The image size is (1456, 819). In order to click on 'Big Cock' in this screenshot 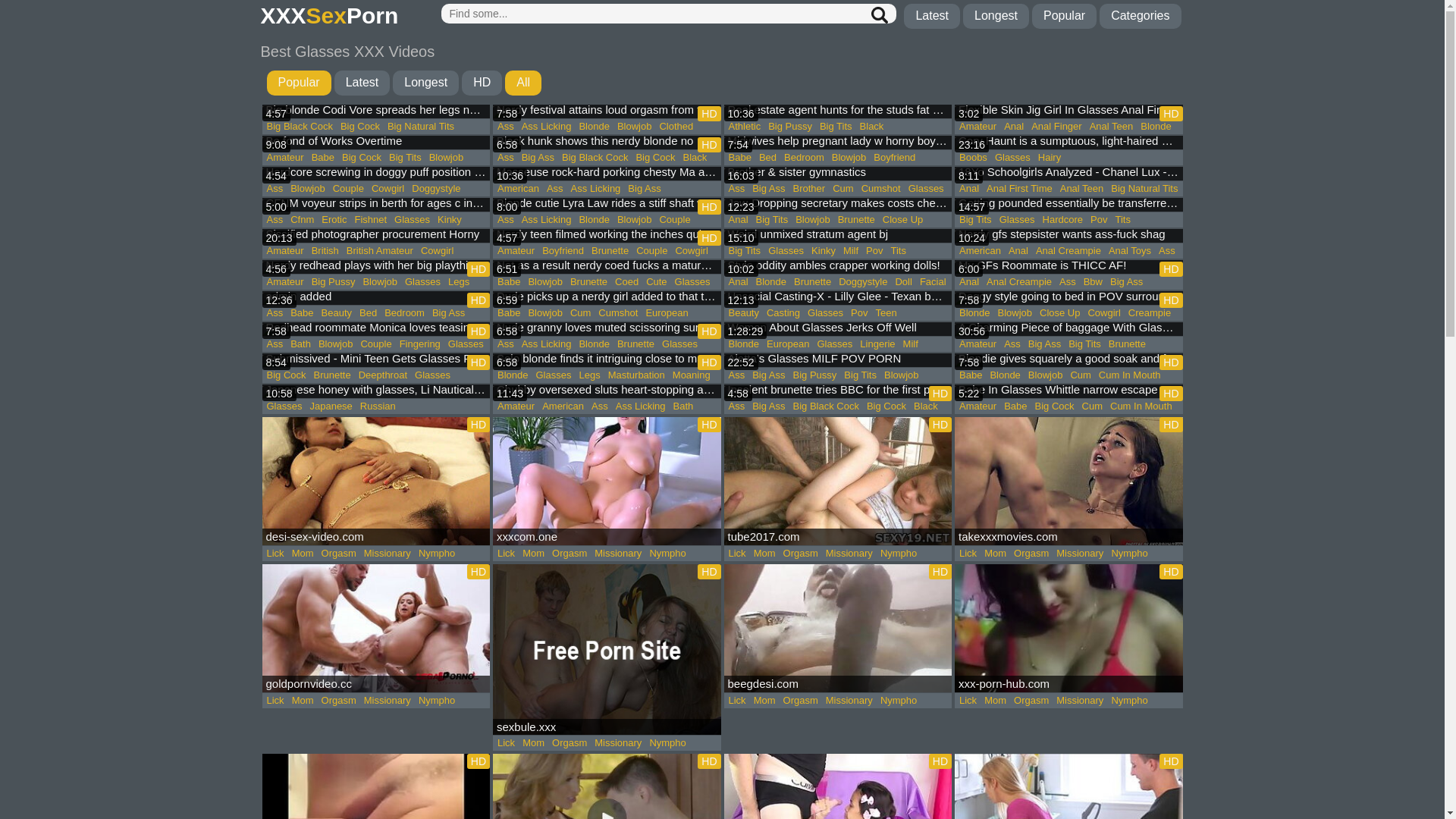, I will do `click(336, 125)`.